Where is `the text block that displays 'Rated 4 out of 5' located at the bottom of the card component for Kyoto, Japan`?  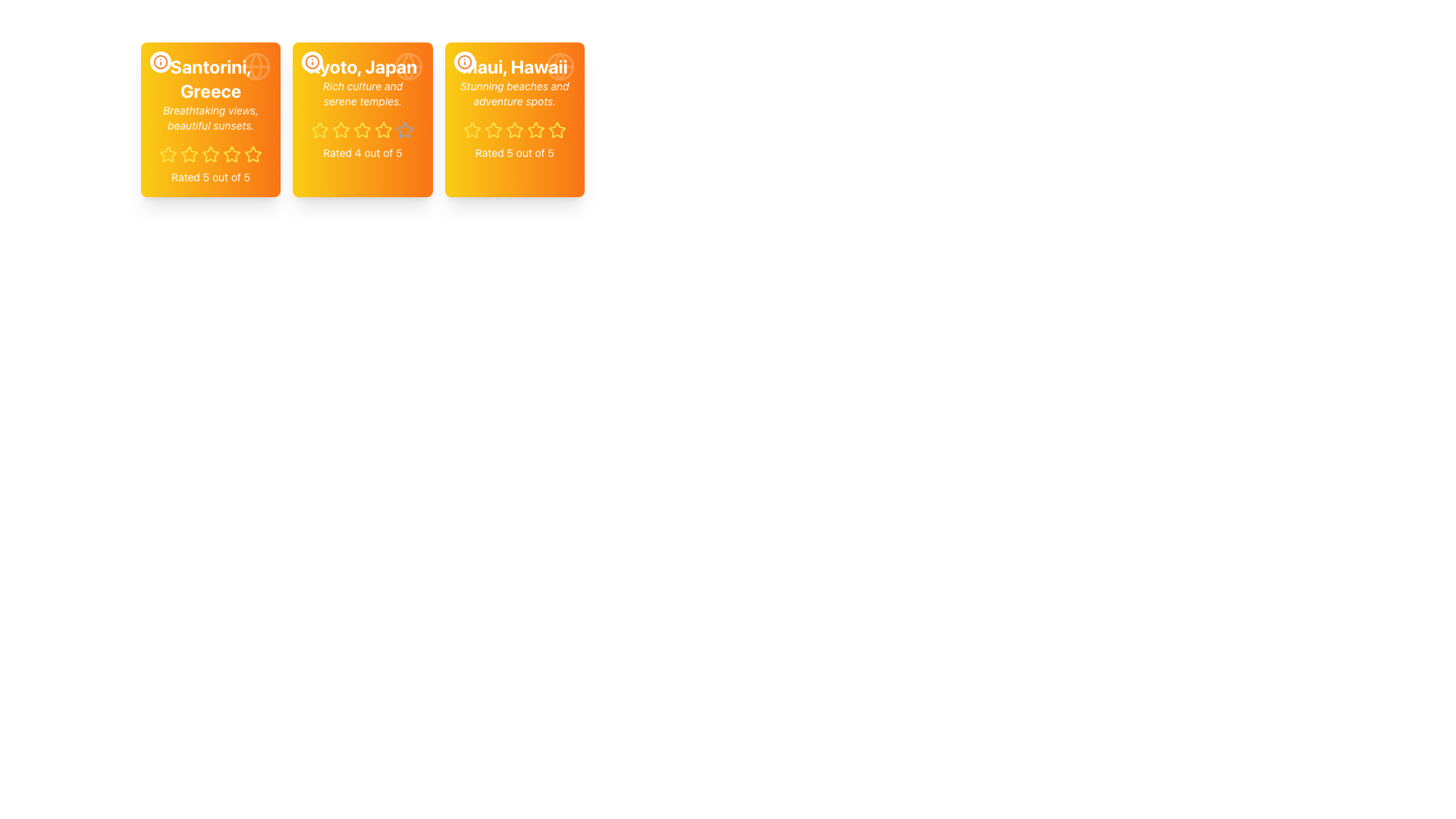 the text block that displays 'Rated 4 out of 5' located at the bottom of the card component for Kyoto, Japan is located at coordinates (362, 152).